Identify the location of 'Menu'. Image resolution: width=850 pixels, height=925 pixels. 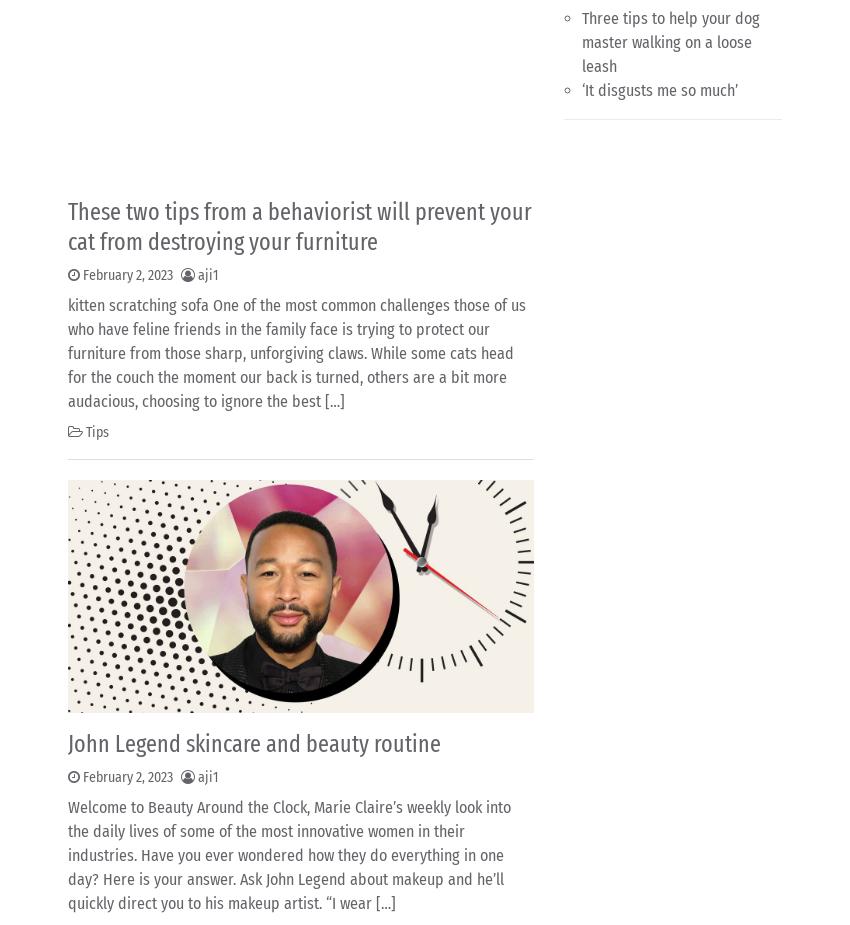
(92, 858).